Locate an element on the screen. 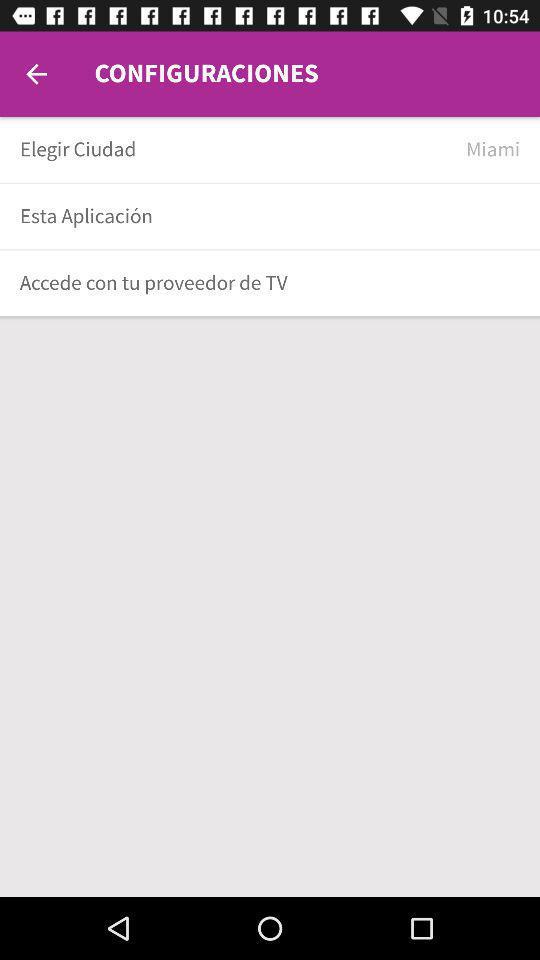 Image resolution: width=540 pixels, height=960 pixels. the elegir ciudad icon is located at coordinates (235, 148).